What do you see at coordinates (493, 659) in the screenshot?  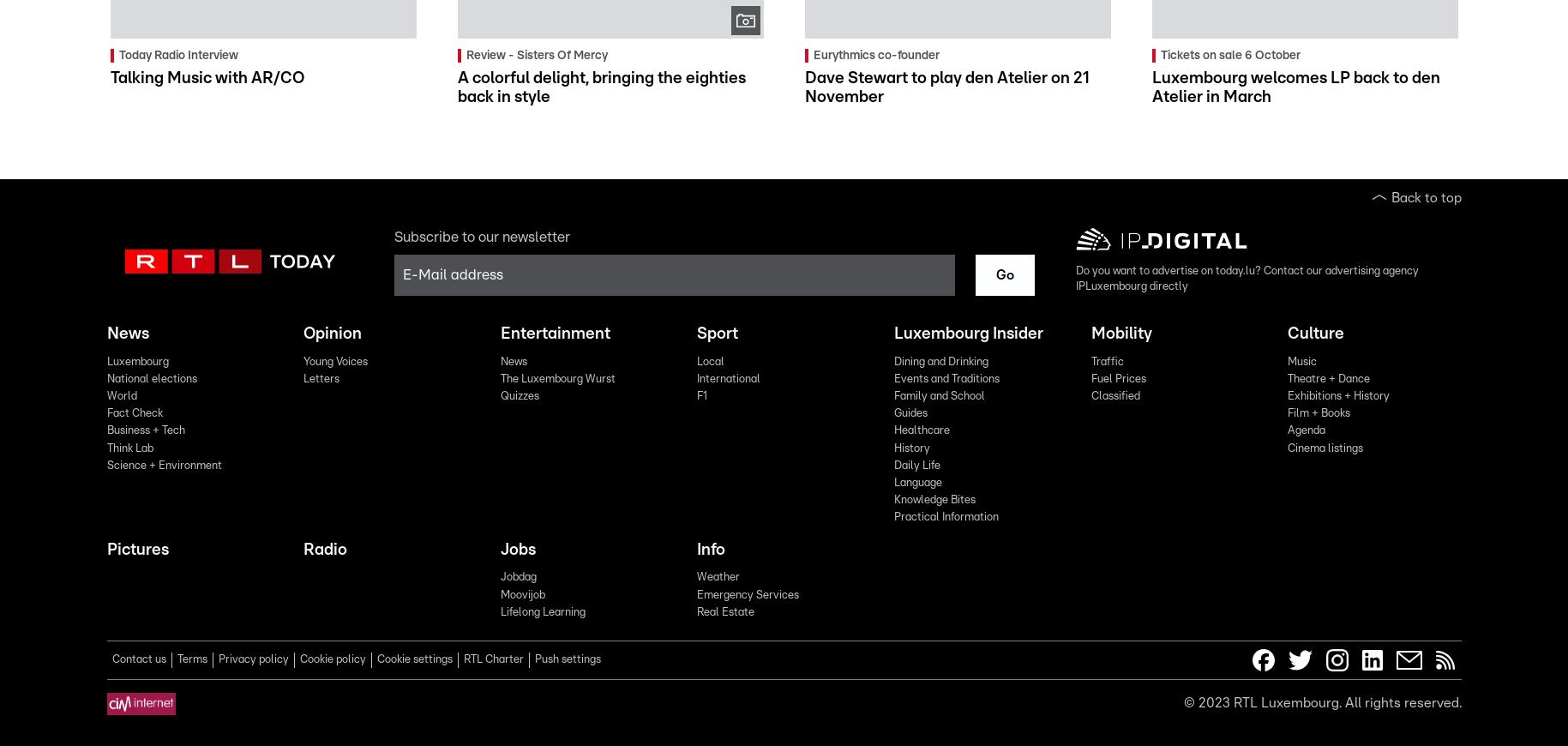 I see `'RTL Charter'` at bounding box center [493, 659].